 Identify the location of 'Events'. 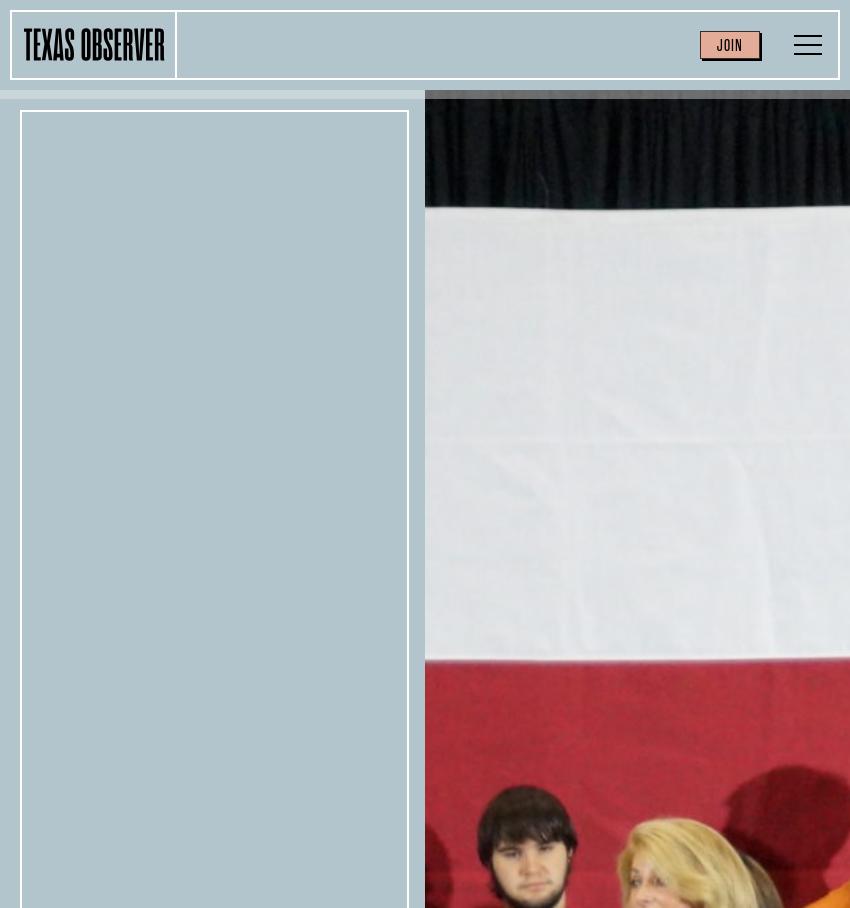
(519, 41).